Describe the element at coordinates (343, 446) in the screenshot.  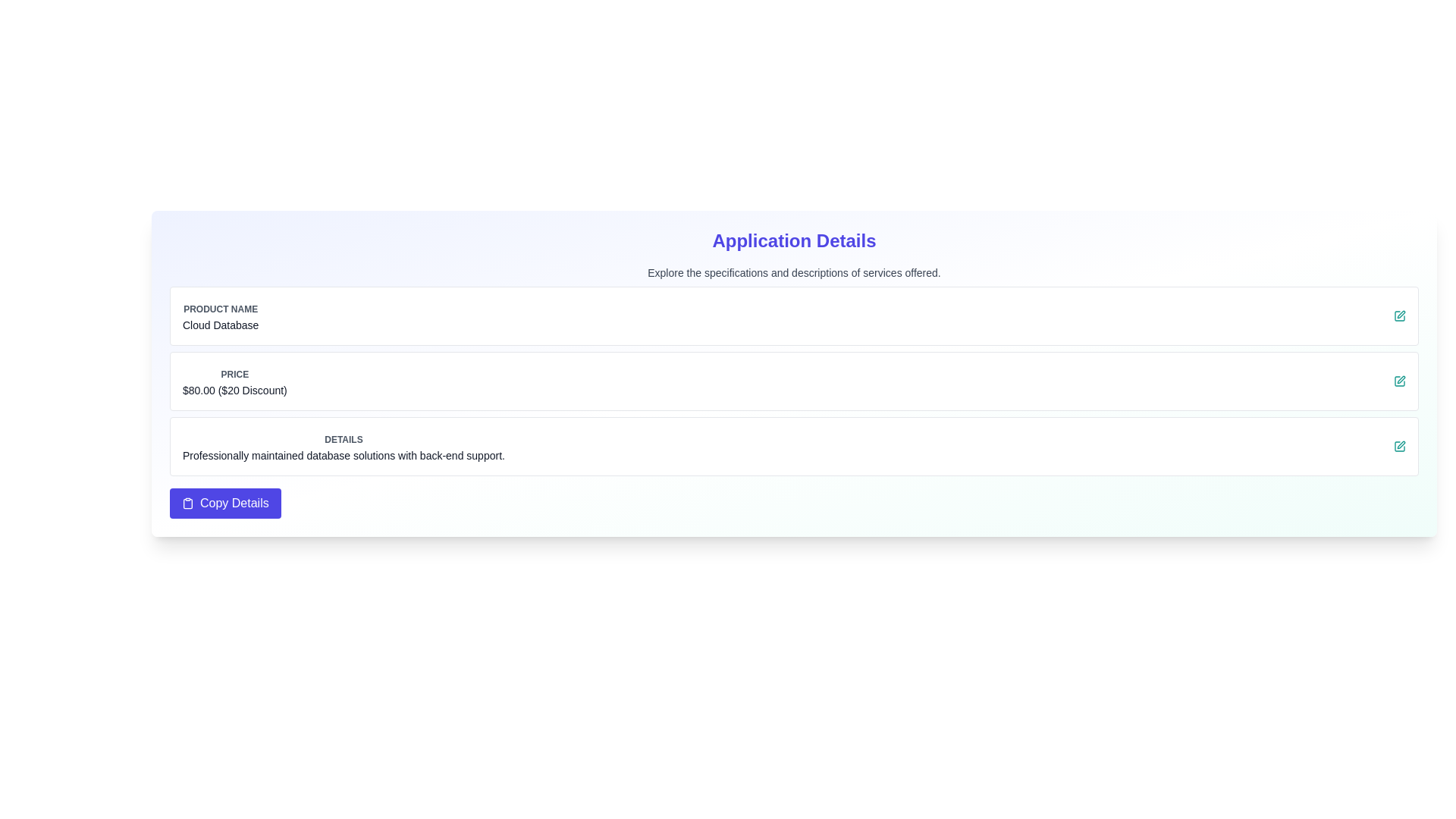
I see `the text block titled 'Details' that describes 'Professionally maintained database solutions with back-end support.'` at that location.